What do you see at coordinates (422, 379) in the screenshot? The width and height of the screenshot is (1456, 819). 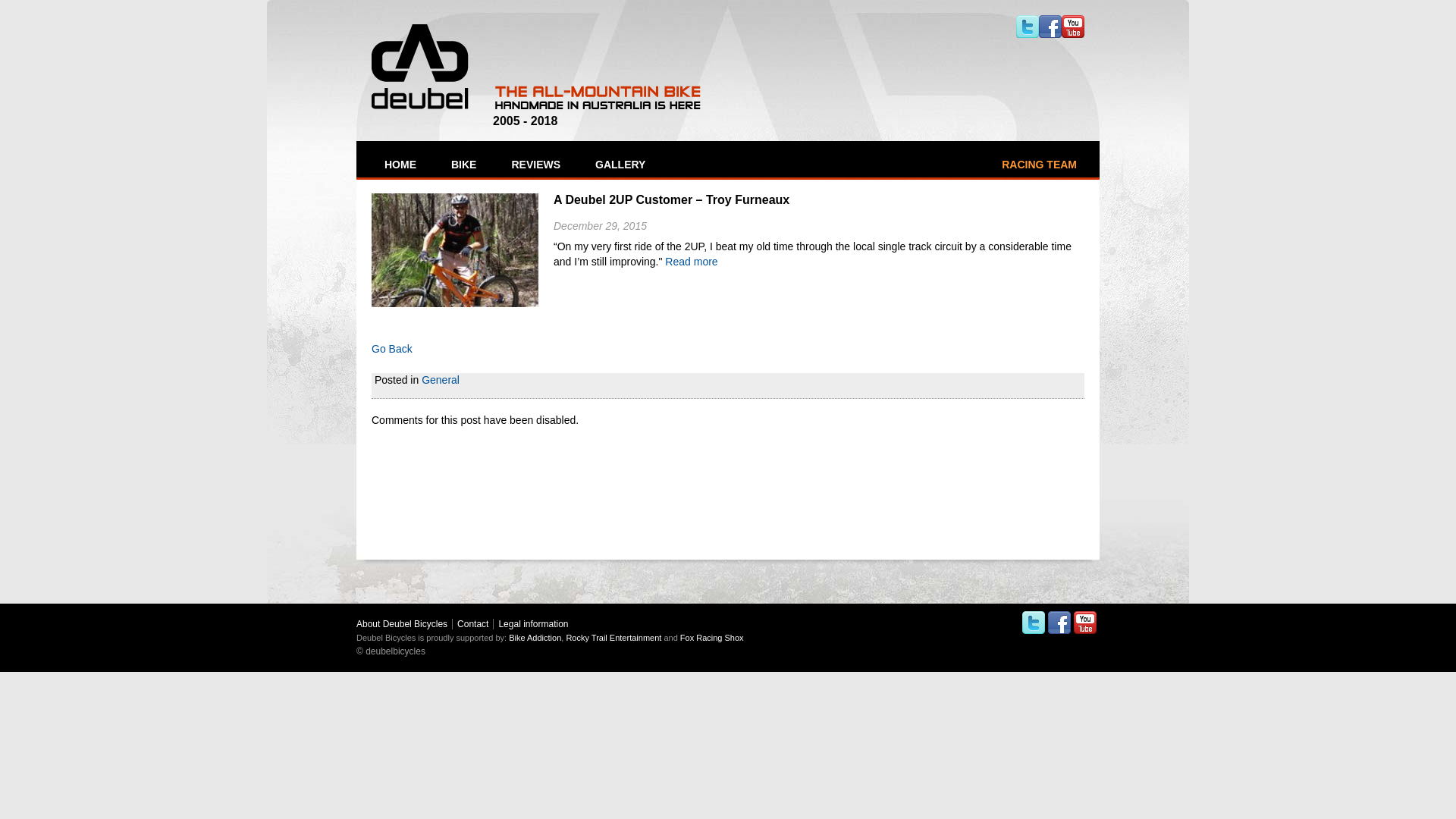 I see `'General'` at bounding box center [422, 379].